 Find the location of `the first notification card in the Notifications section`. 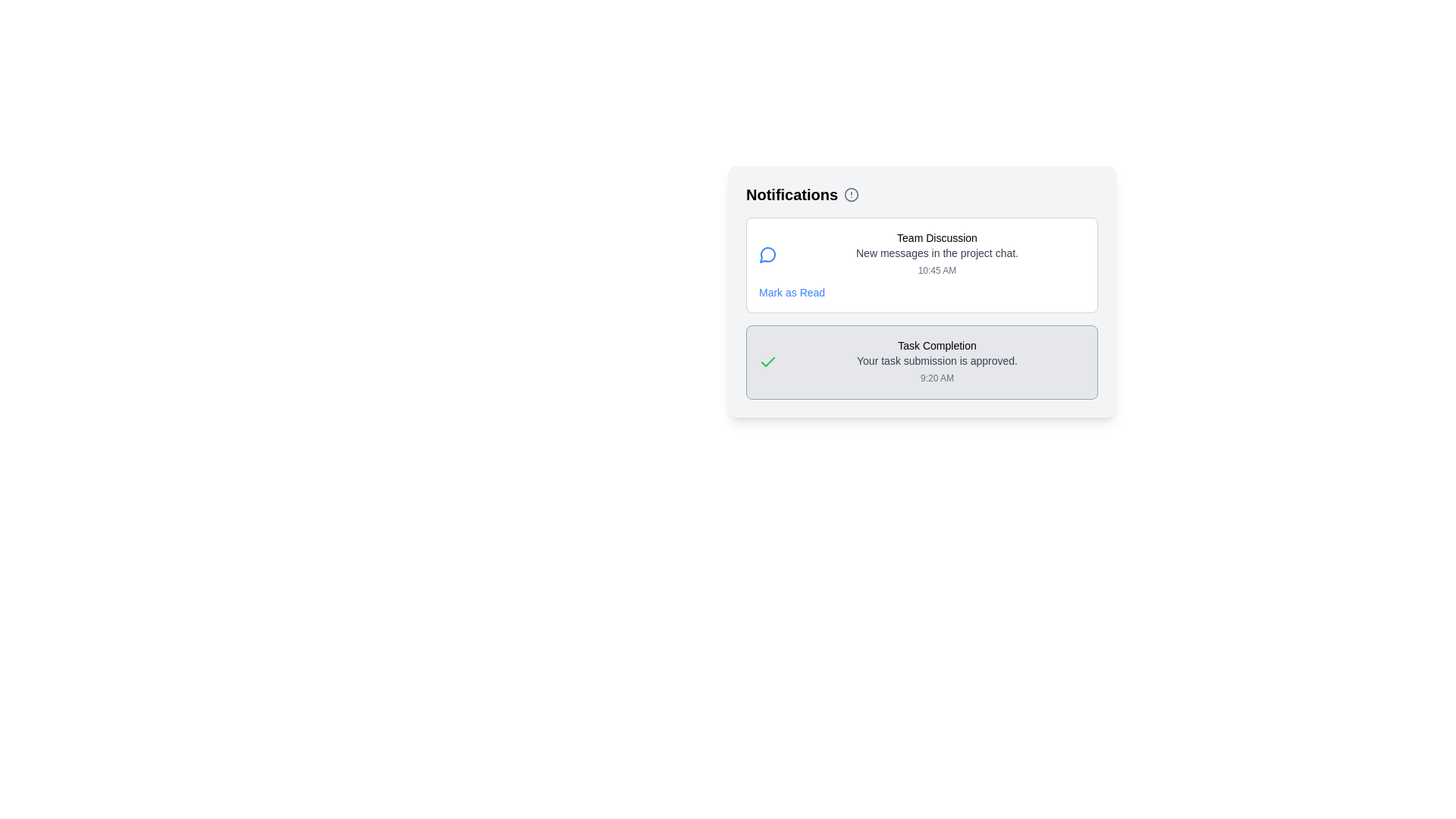

the first notification card in the Notifications section is located at coordinates (921, 265).